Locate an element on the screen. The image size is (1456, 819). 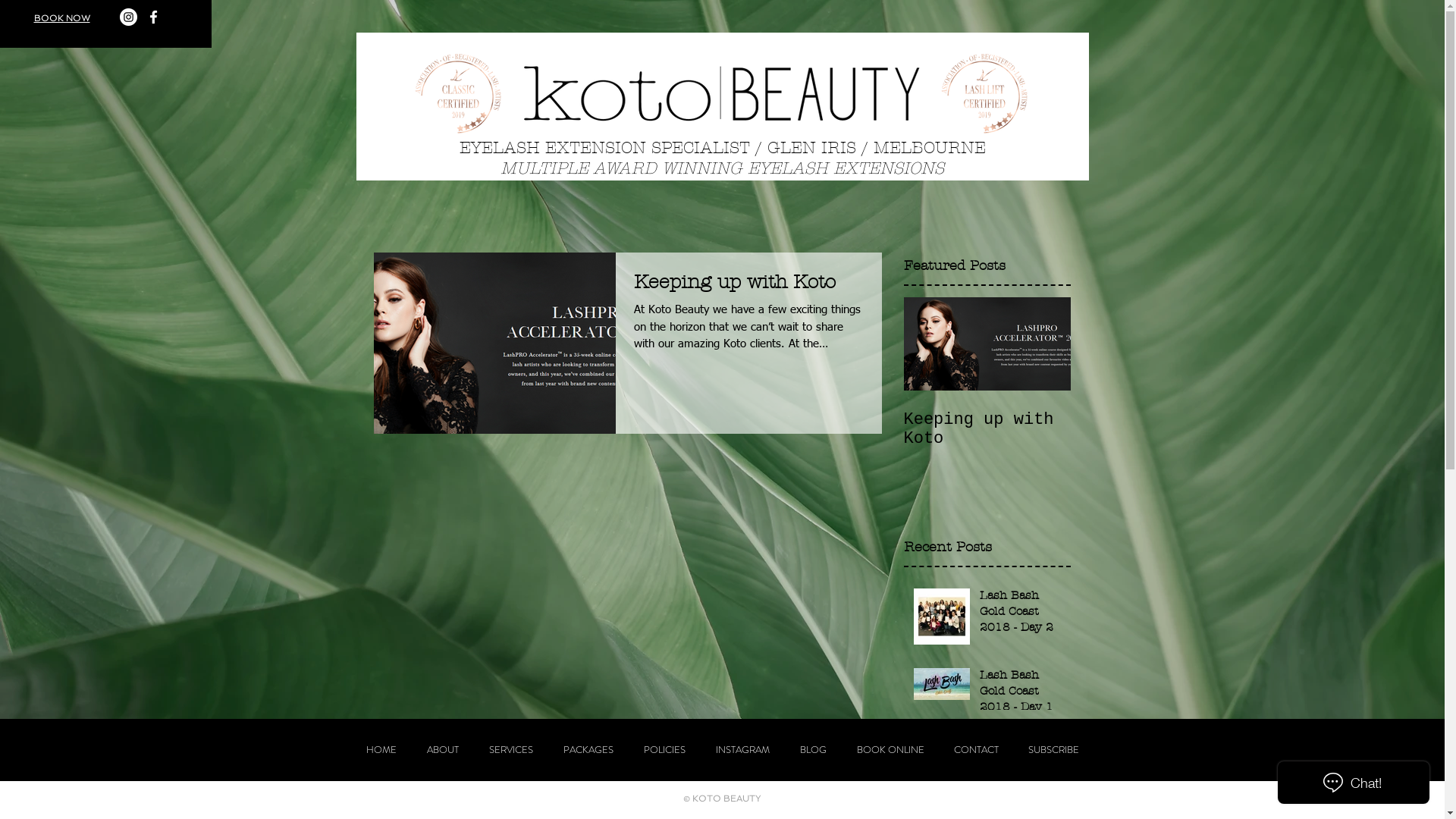
'POLICIES' is located at coordinates (664, 748).